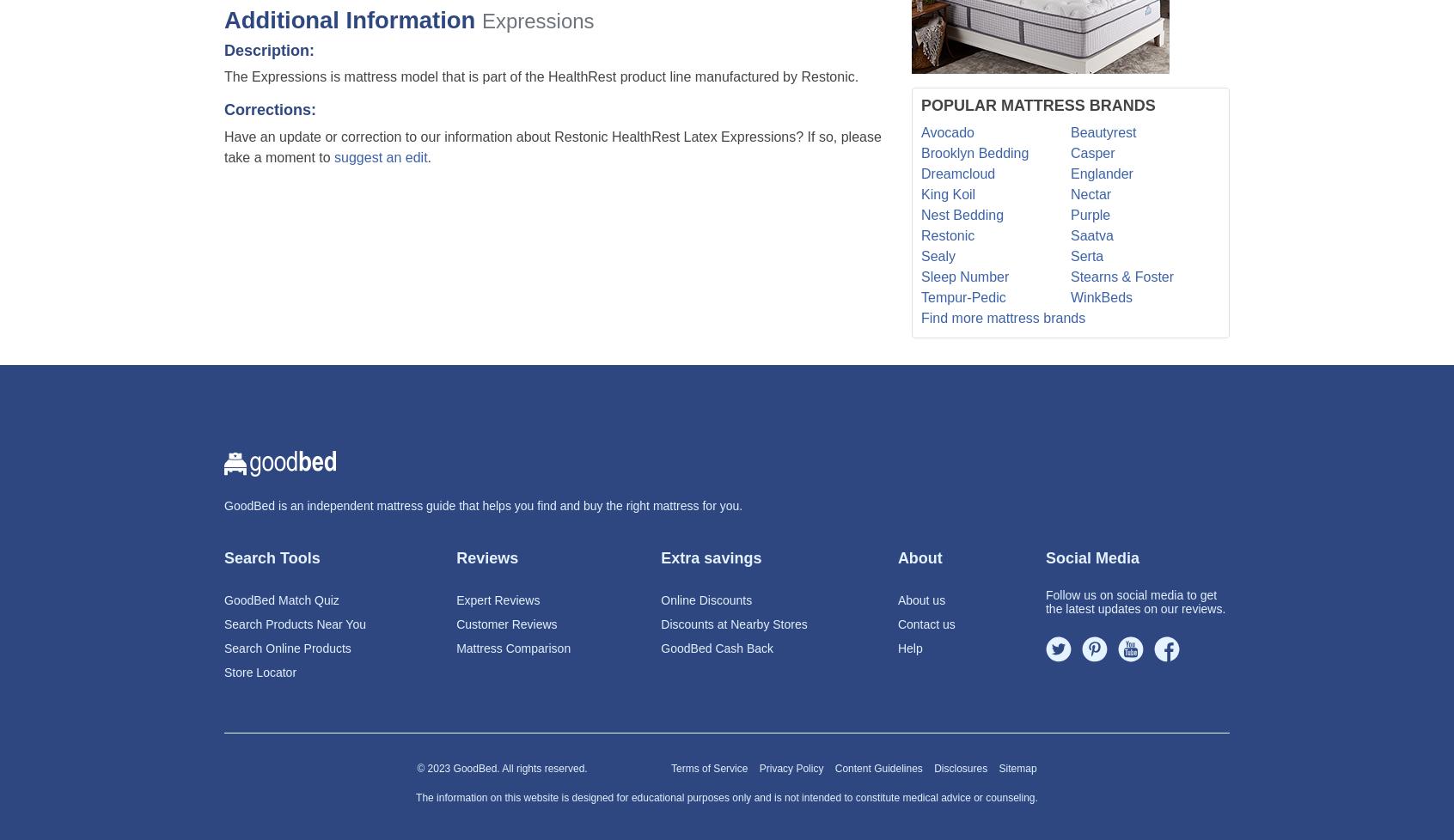 The width and height of the screenshot is (1454, 840). What do you see at coordinates (726, 796) in the screenshot?
I see `'The information on this website is designed for educational purposes only and is not intended to constitute medical advice or counseling.'` at bounding box center [726, 796].